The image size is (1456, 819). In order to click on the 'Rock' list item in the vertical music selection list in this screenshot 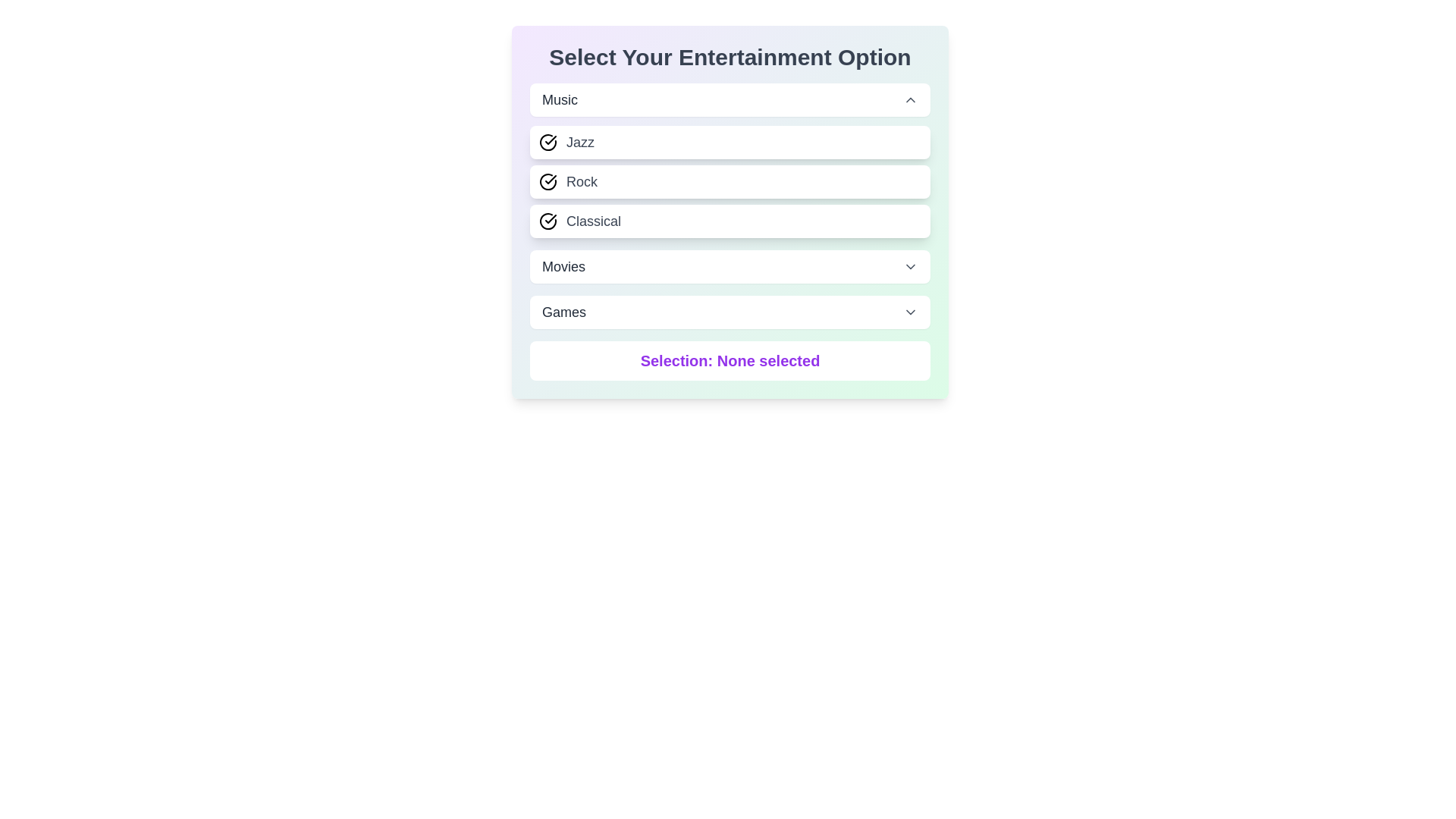, I will do `click(730, 180)`.